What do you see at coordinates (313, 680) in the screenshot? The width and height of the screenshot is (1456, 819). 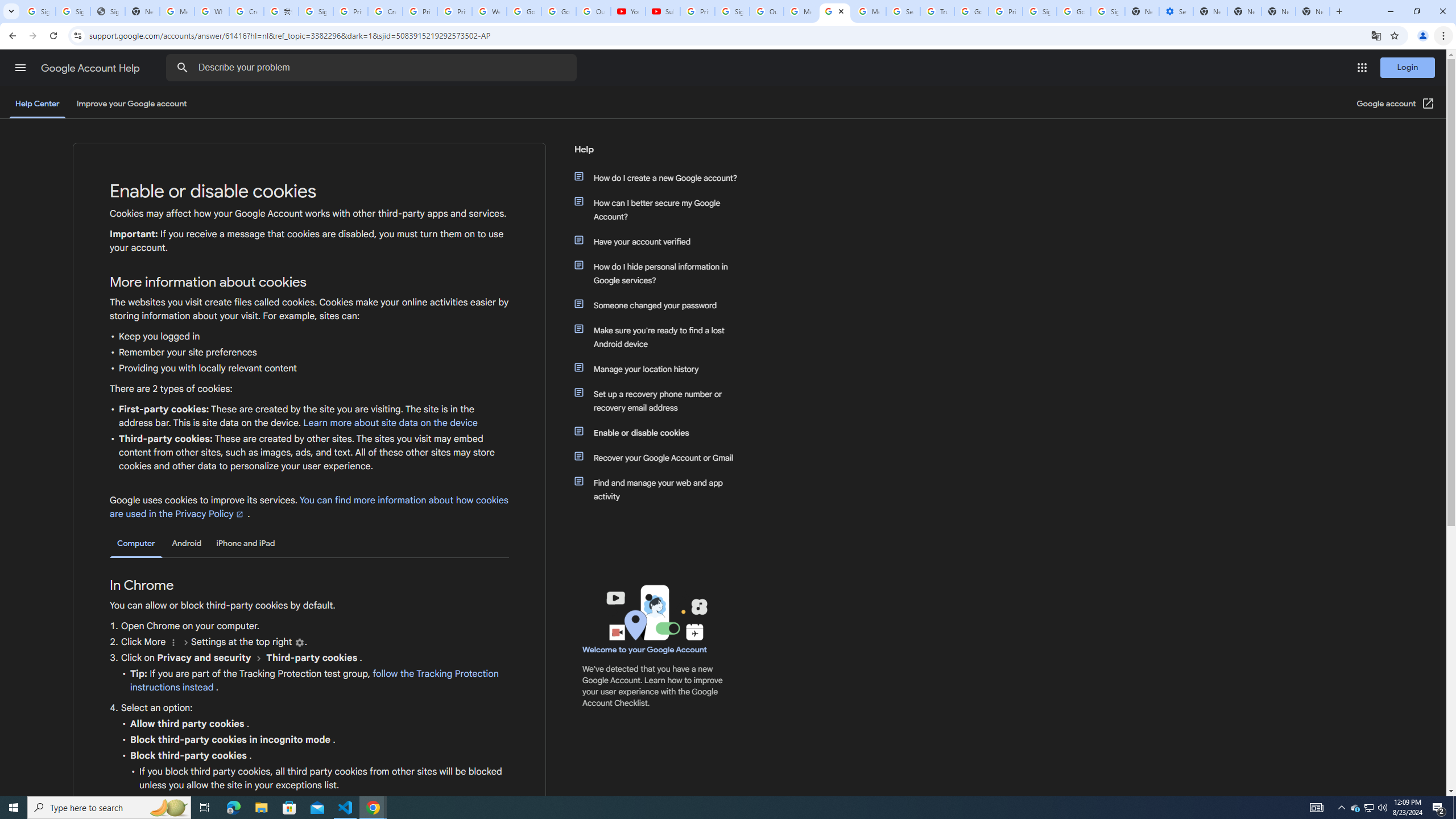 I see `'follow the Tracking Protection instructions instead'` at bounding box center [313, 680].